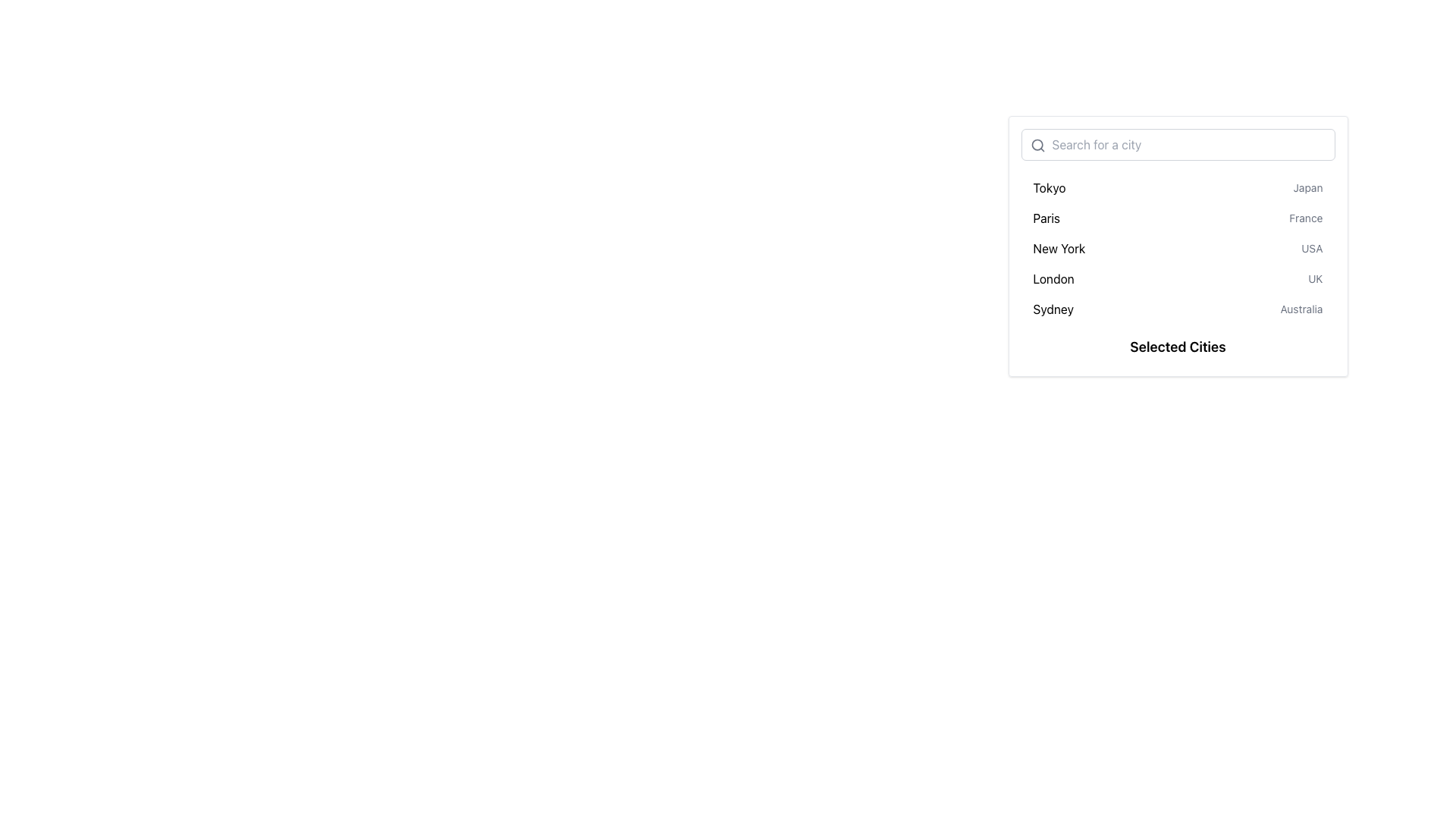 This screenshot has width=1456, height=819. I want to click on the text label representing the city 'New York', so click(1058, 247).